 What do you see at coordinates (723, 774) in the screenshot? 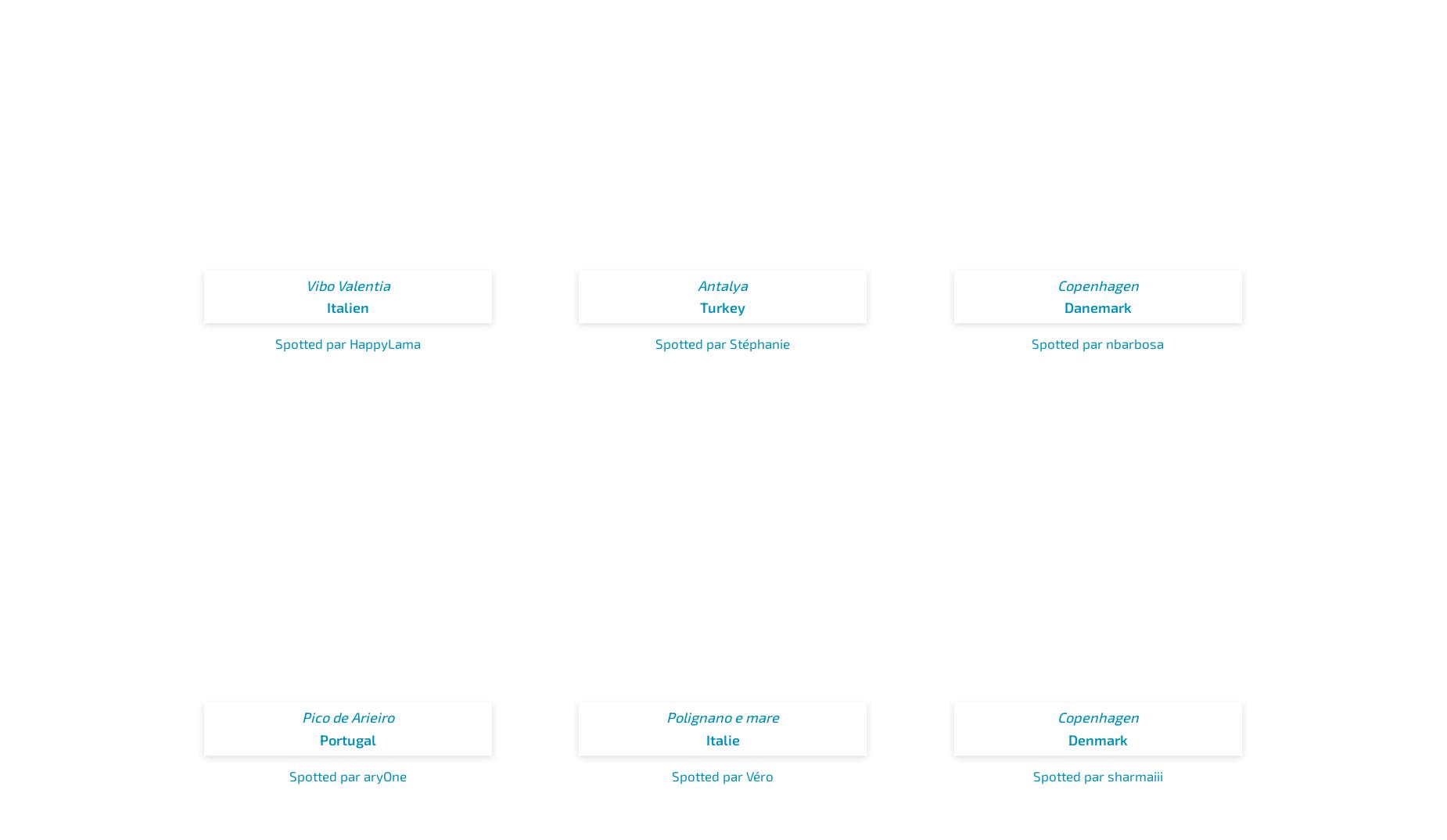
I see `'Spotted par Véro'` at bounding box center [723, 774].